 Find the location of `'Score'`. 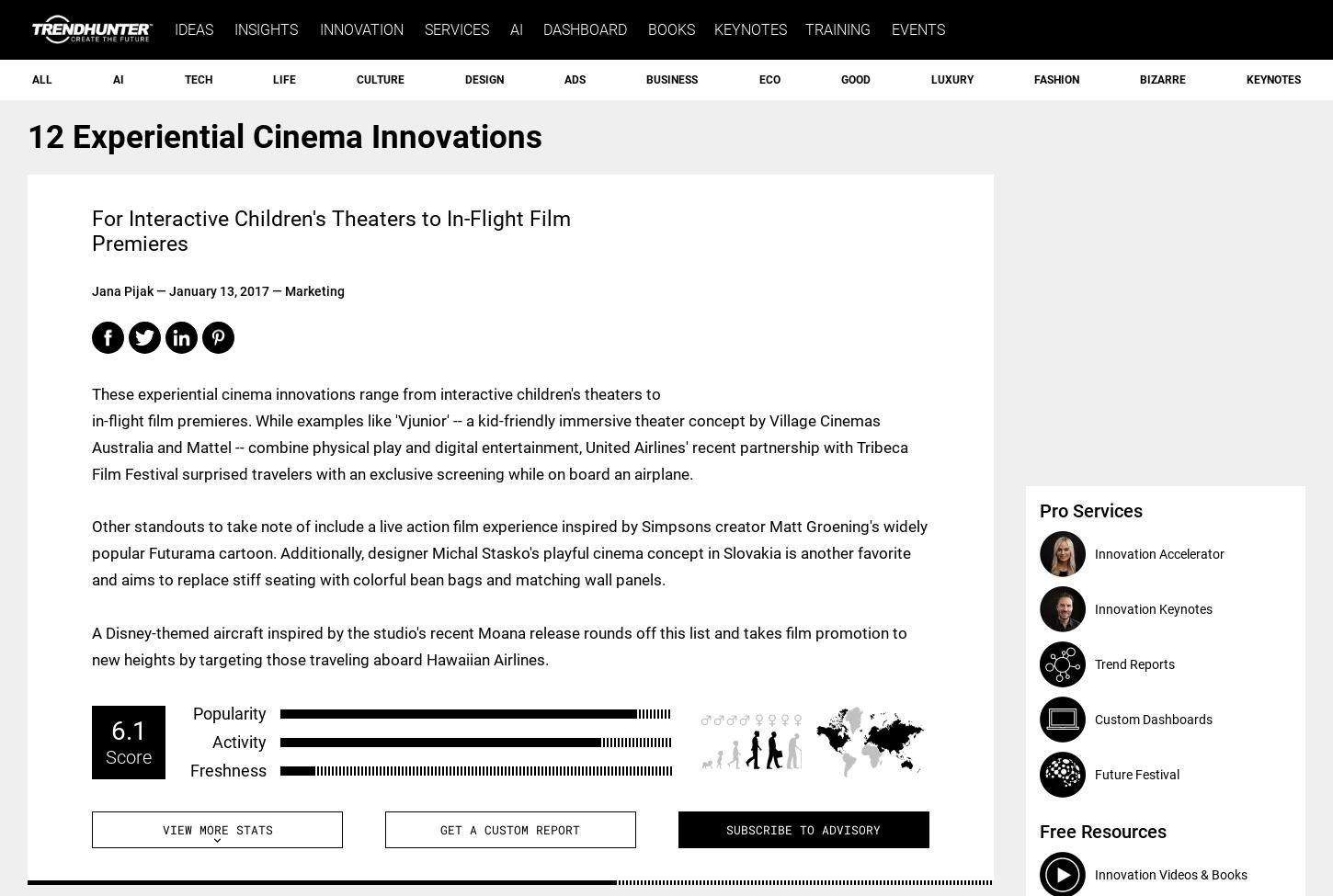

'Score' is located at coordinates (128, 756).